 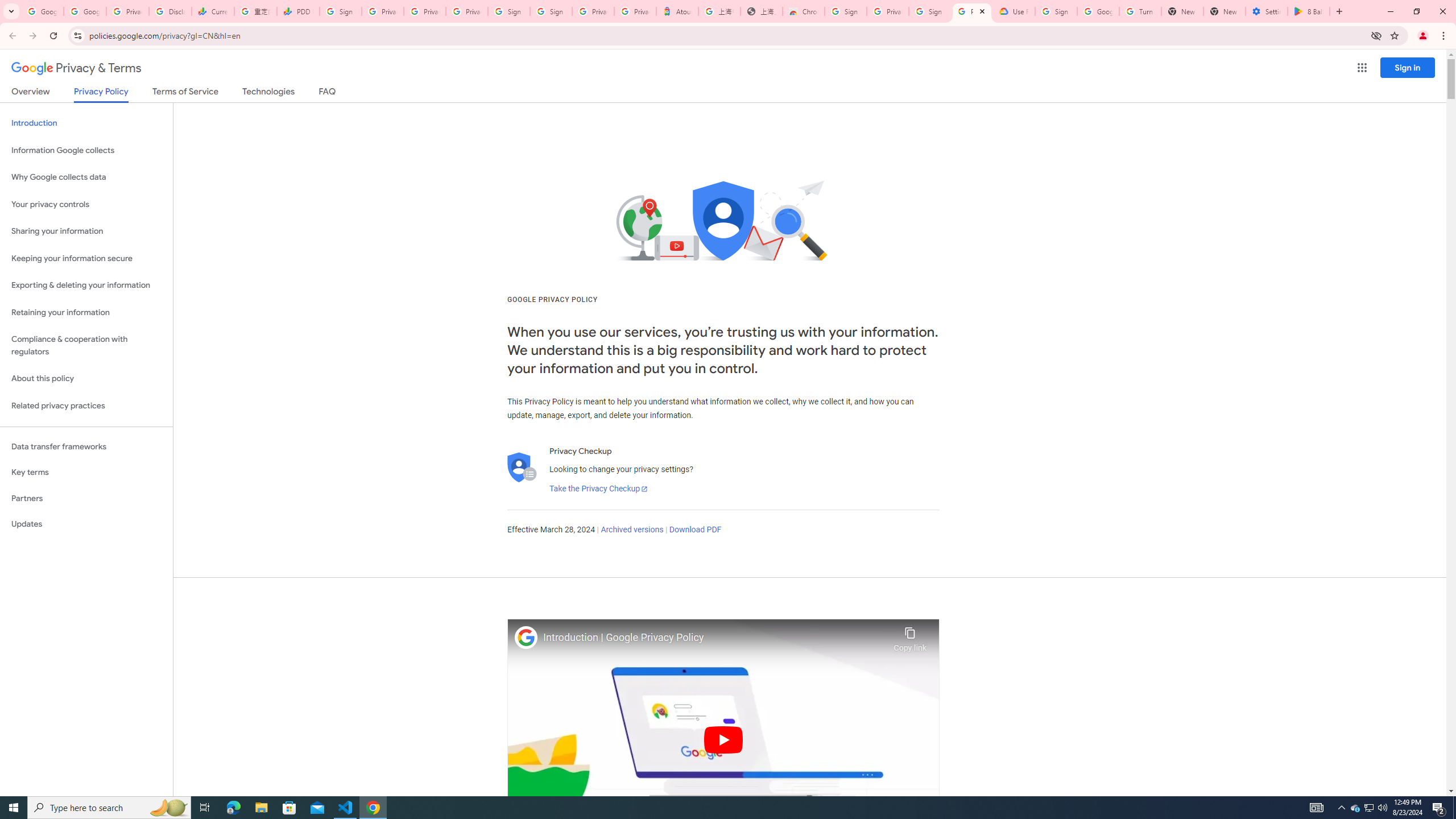 I want to click on 'Photo image of Google', so click(x=526, y=636).